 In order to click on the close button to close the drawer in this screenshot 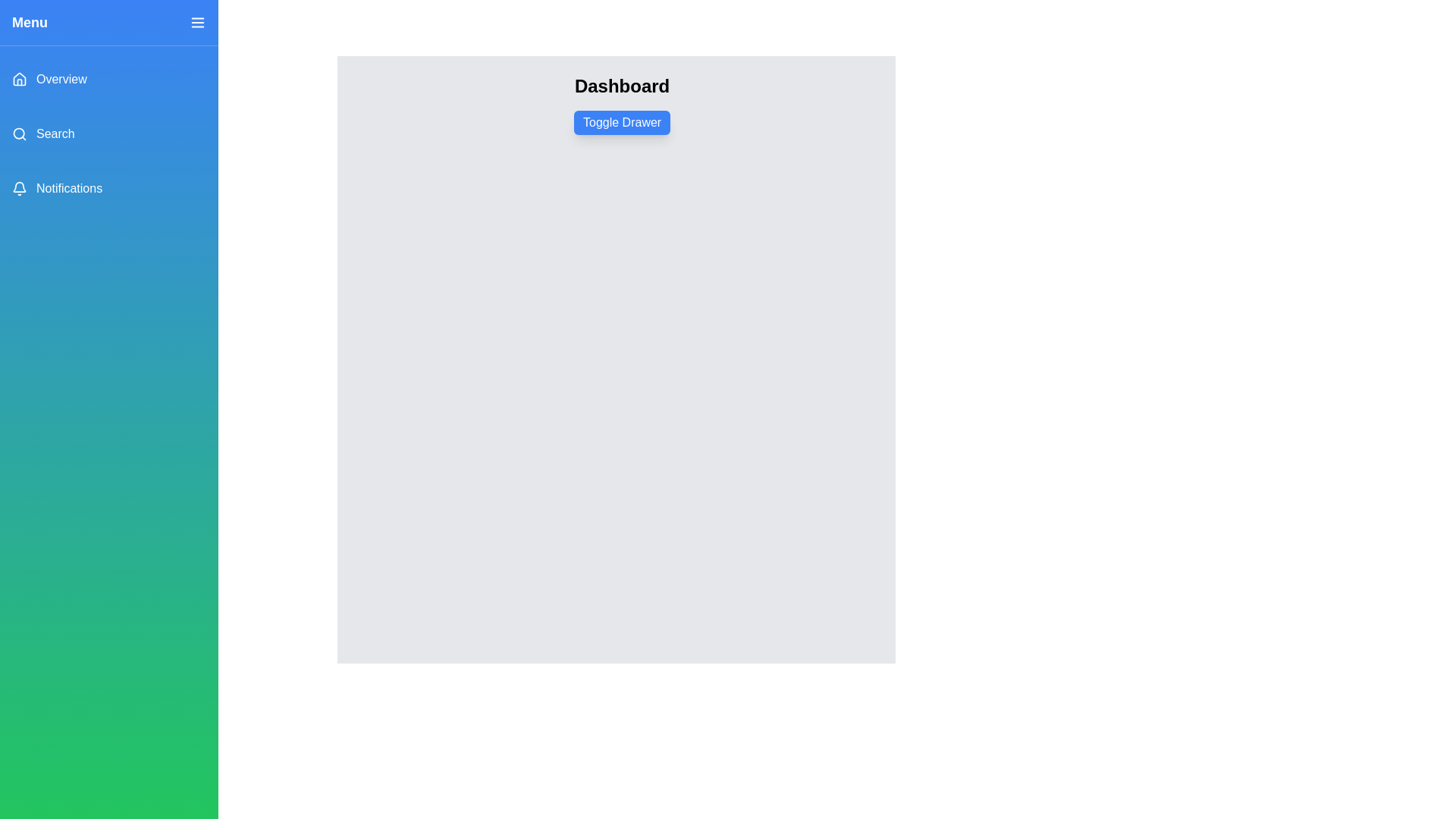, I will do `click(196, 23)`.